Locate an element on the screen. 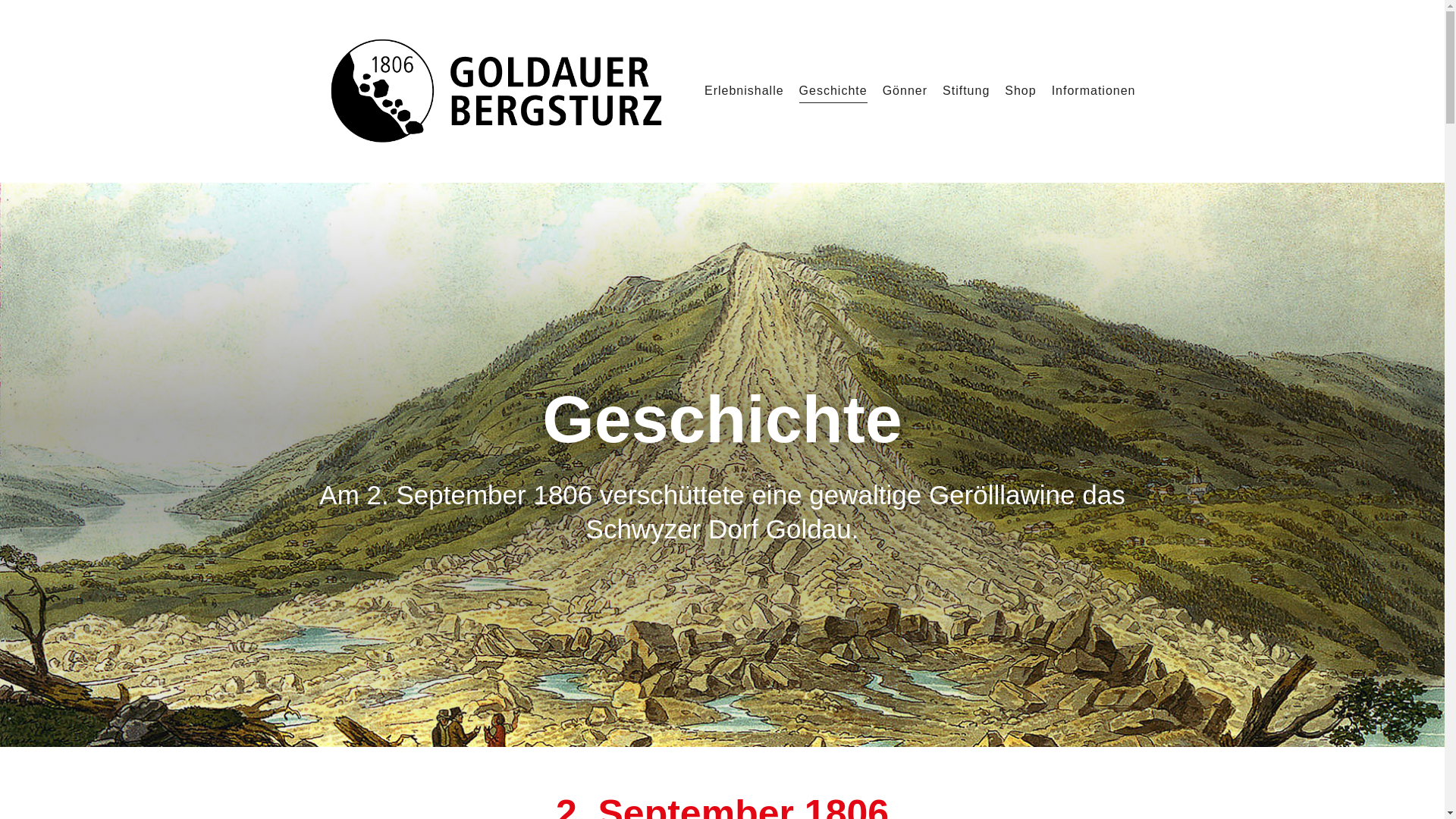 The height and width of the screenshot is (819, 1456). 'Erlebnishalle' is located at coordinates (744, 90).